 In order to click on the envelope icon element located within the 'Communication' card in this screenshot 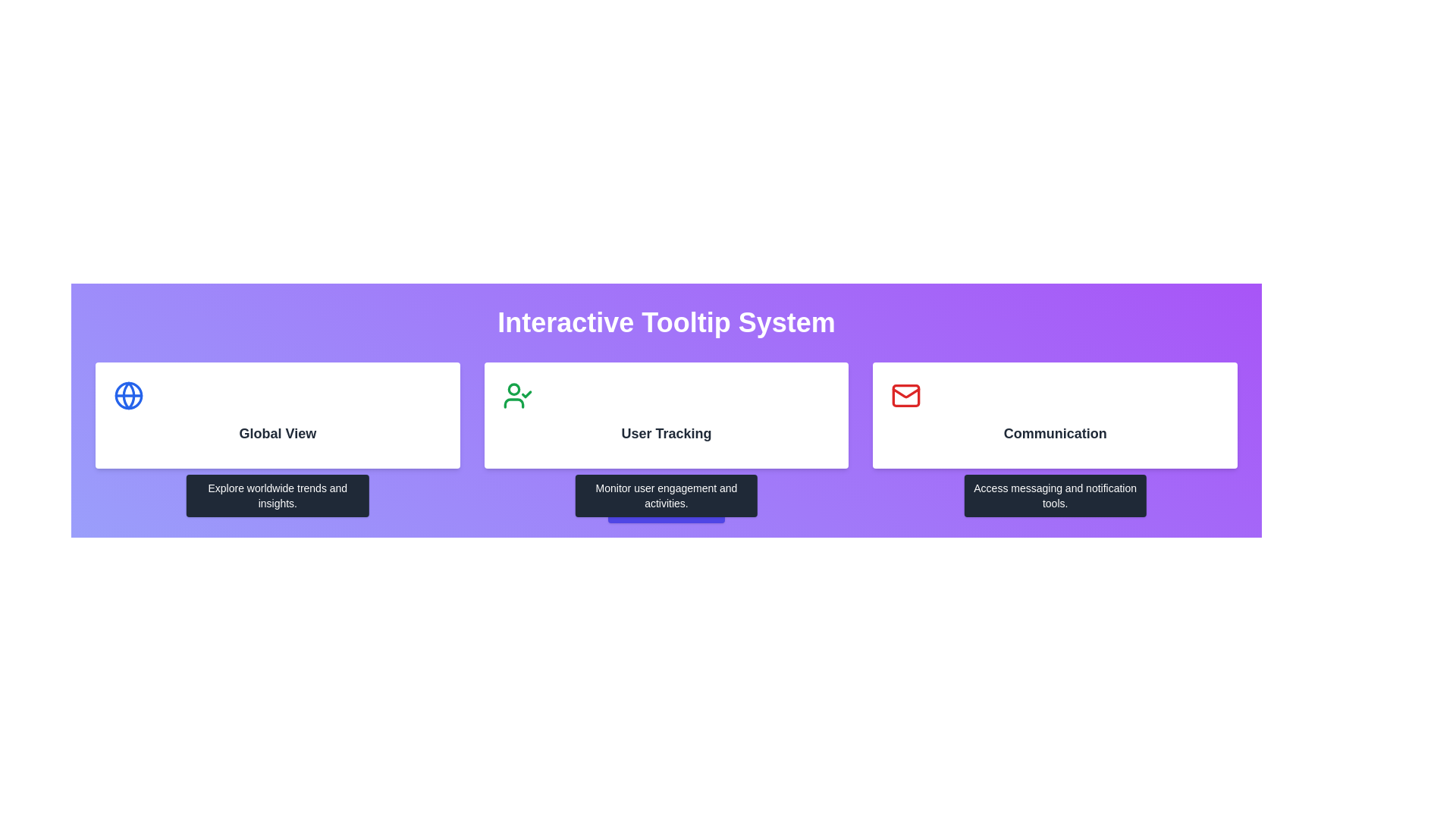, I will do `click(906, 394)`.